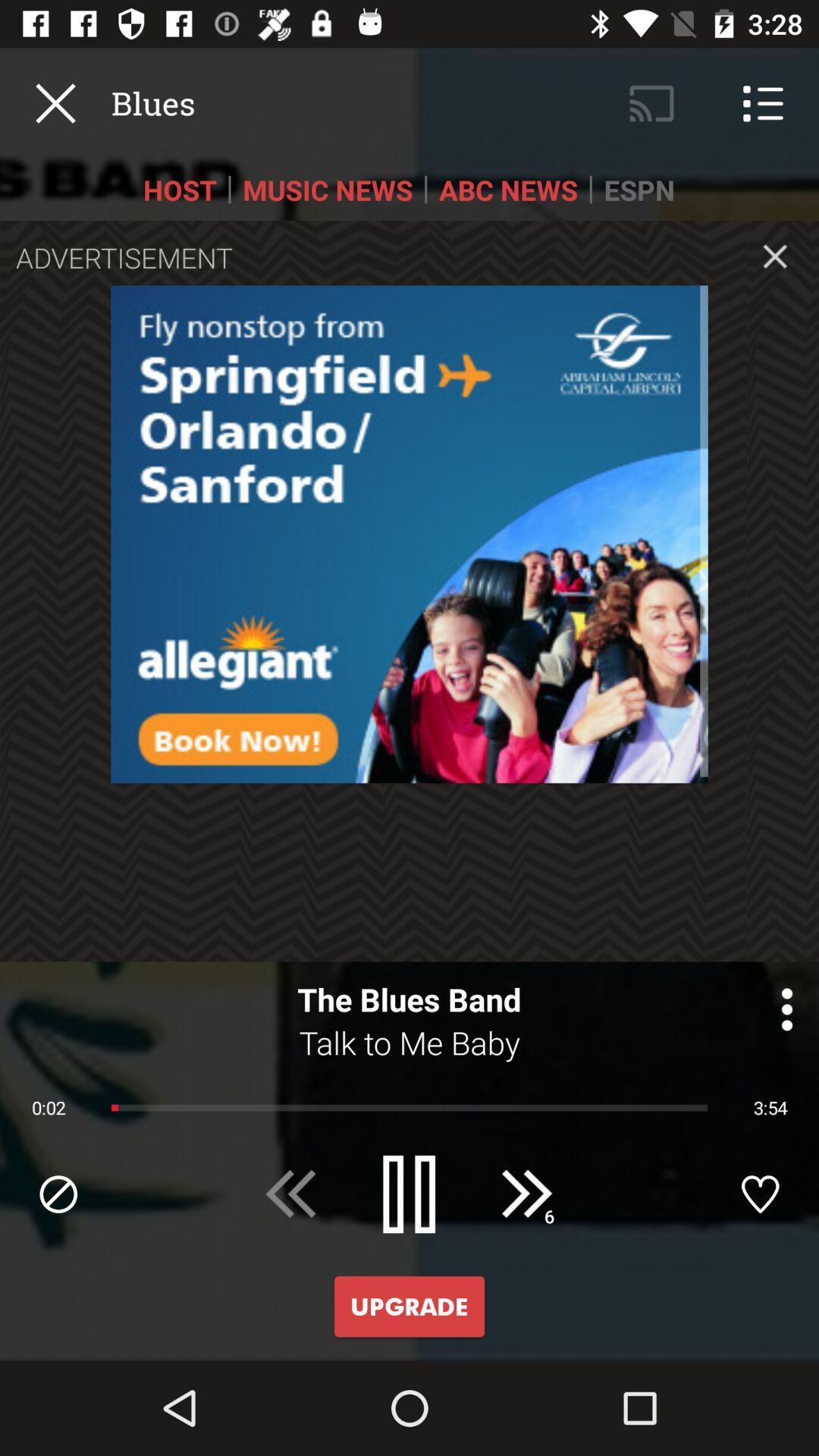  Describe the element at coordinates (760, 1193) in the screenshot. I see `the favorite icon` at that location.